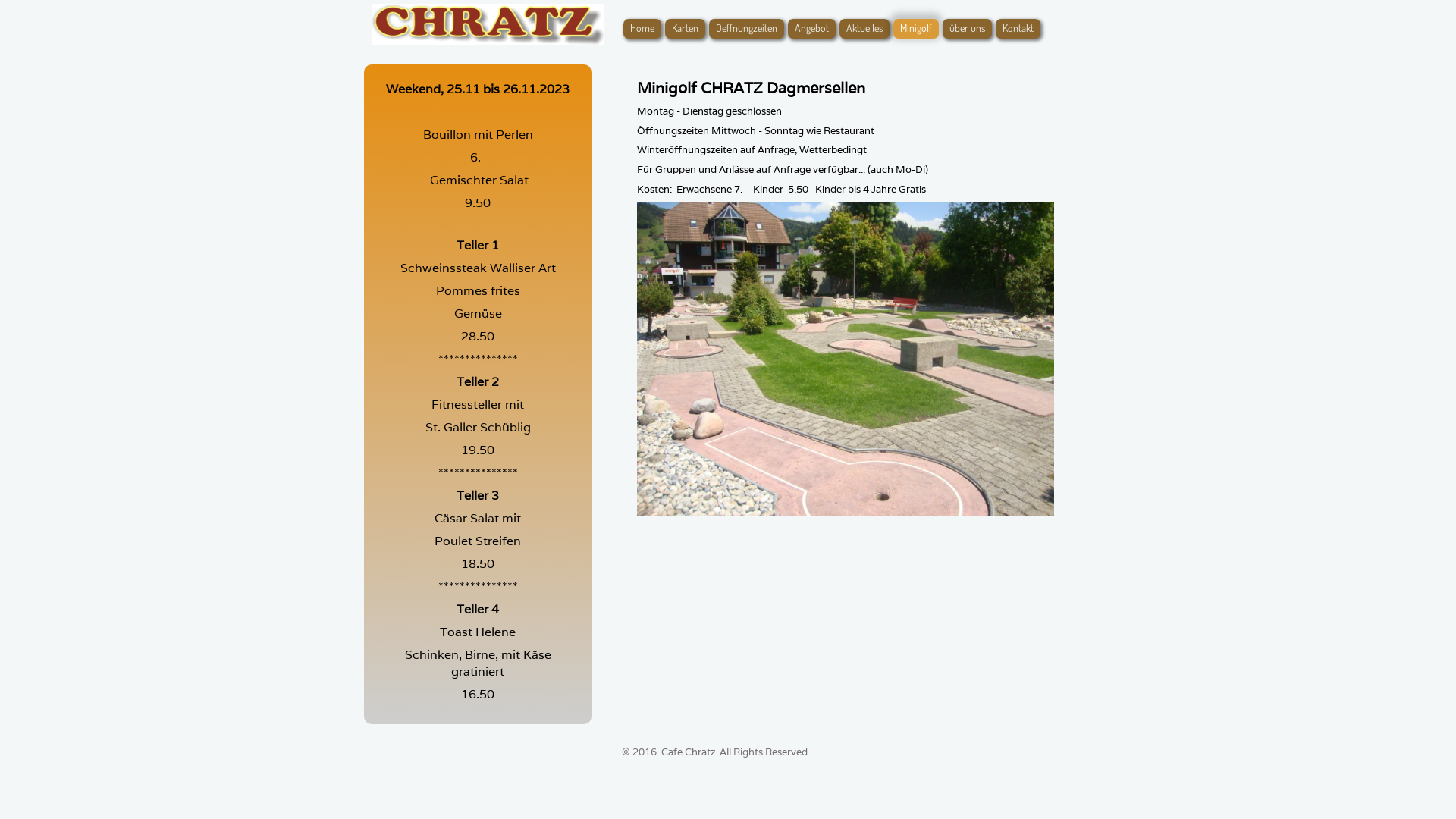 The height and width of the screenshot is (819, 1456). What do you see at coordinates (893, 29) in the screenshot?
I see `'Minigolf'` at bounding box center [893, 29].